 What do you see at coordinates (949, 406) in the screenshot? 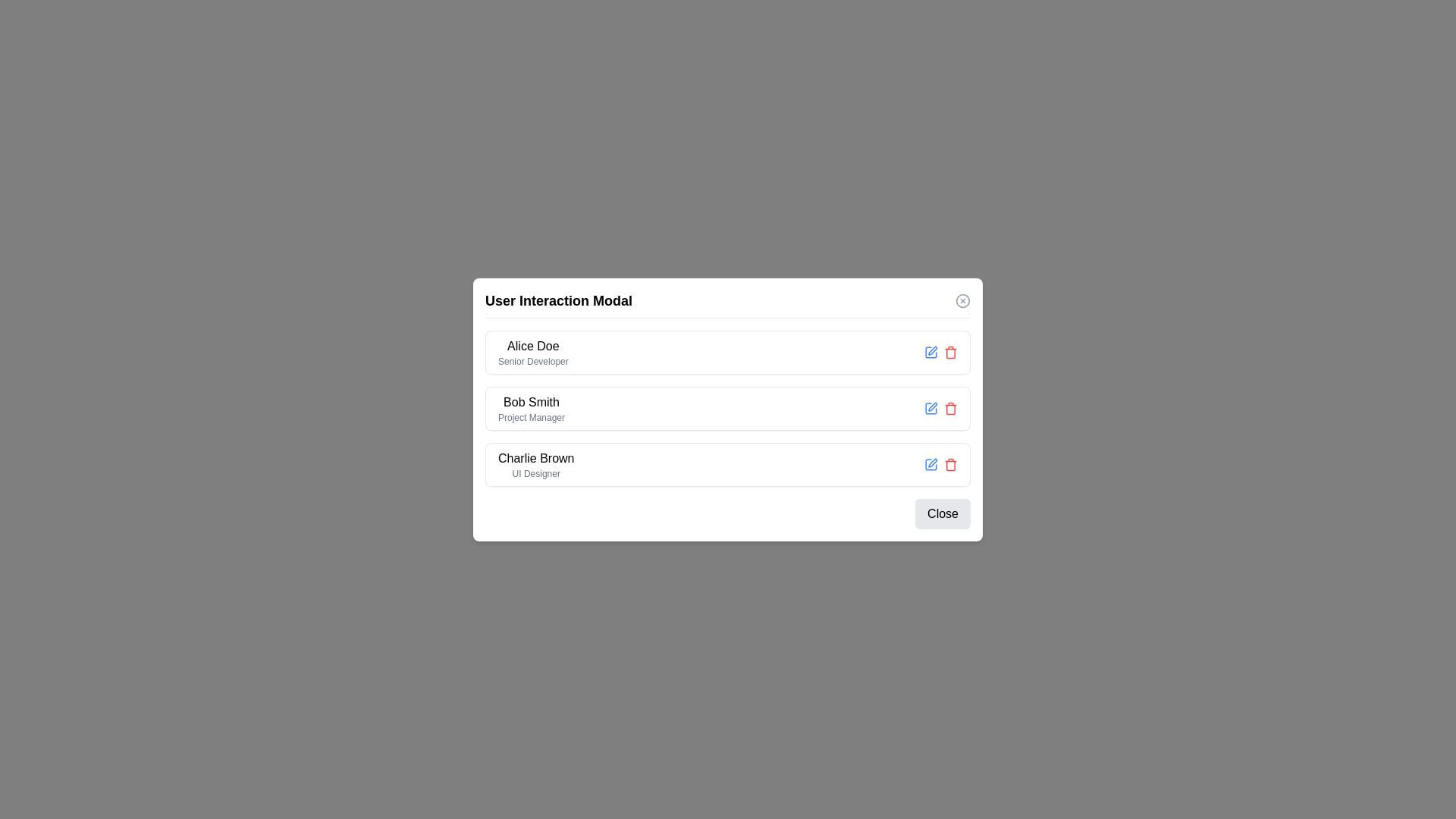
I see `the small red trash bin icon located on the right side of the row associated with user 'Bob Smith'` at bounding box center [949, 406].